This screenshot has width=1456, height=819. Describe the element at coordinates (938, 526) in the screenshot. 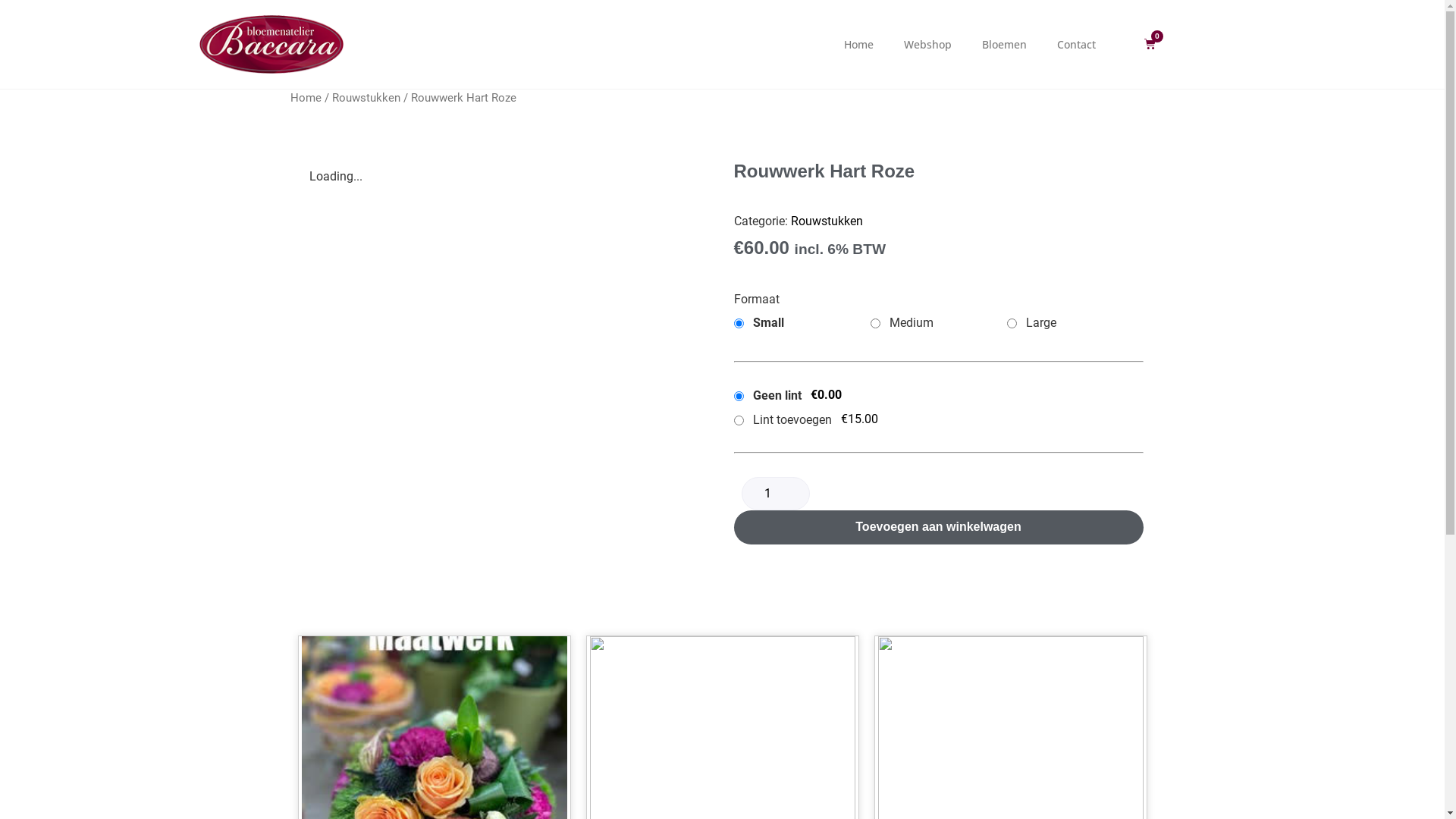

I see `'Toevoegen aan winkelwagen'` at that location.